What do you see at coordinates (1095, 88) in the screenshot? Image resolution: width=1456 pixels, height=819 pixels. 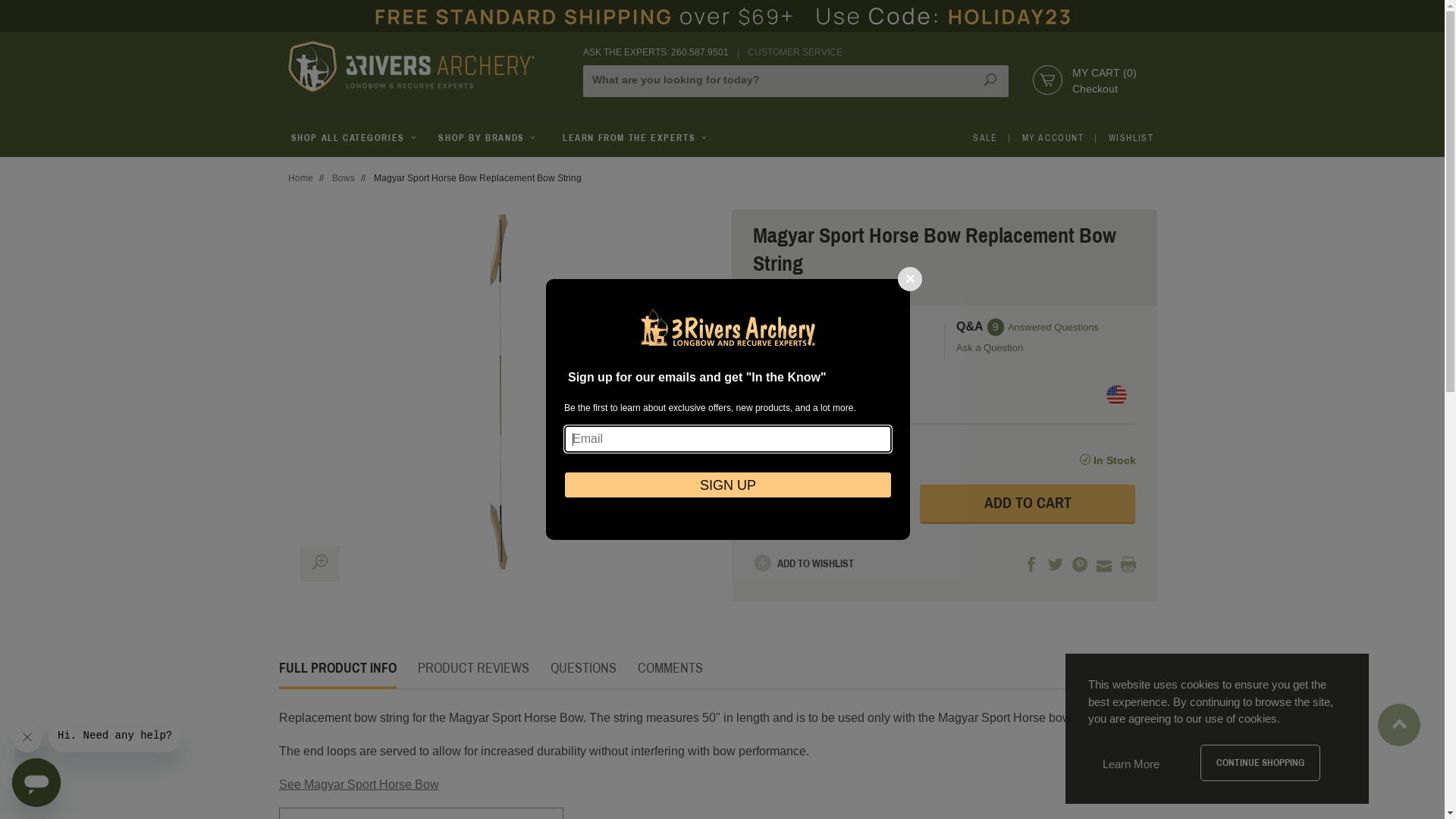 I see `'Checkout'` at bounding box center [1095, 88].